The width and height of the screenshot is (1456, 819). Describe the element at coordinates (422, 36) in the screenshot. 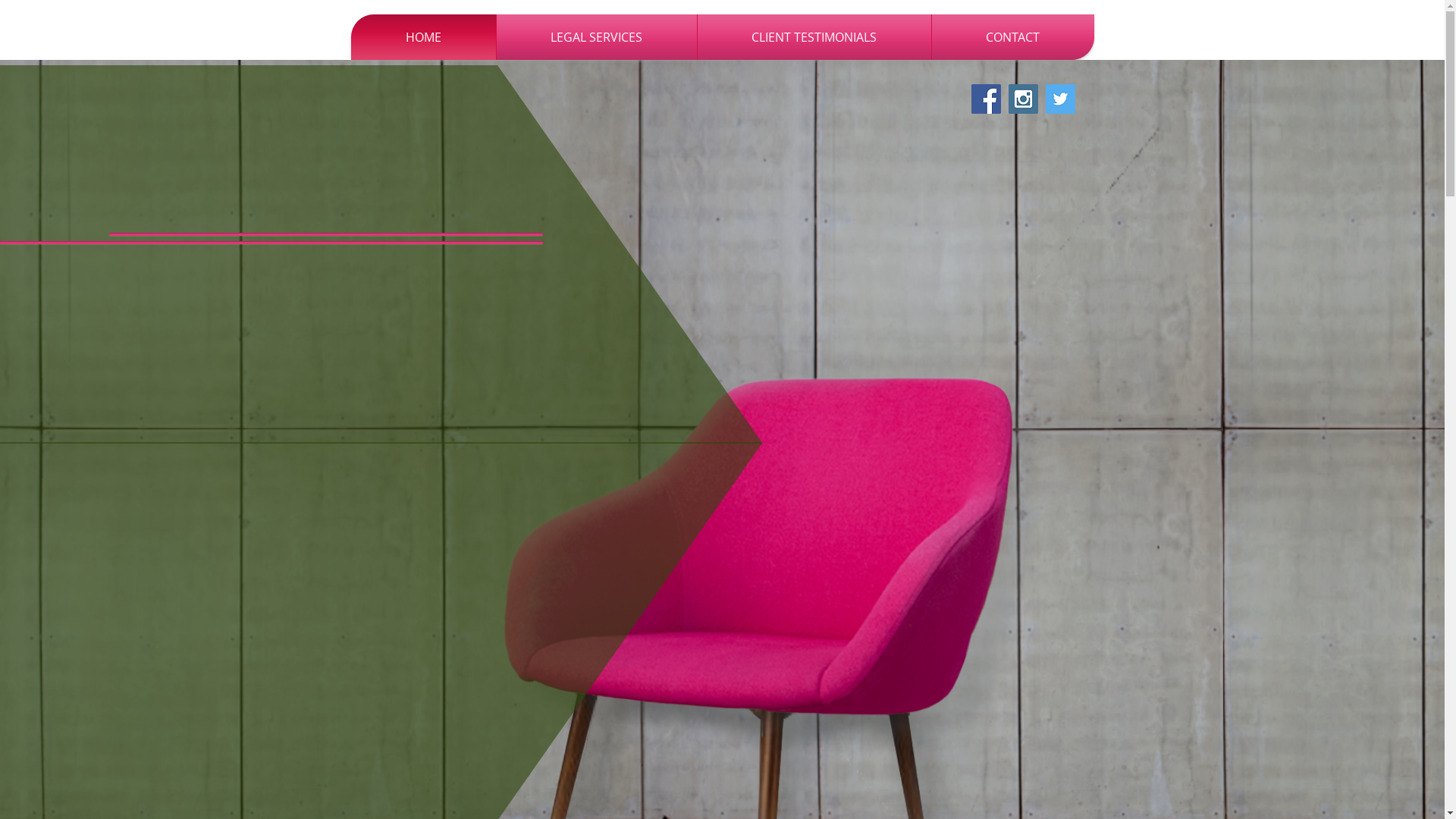

I see `'HOME'` at that location.